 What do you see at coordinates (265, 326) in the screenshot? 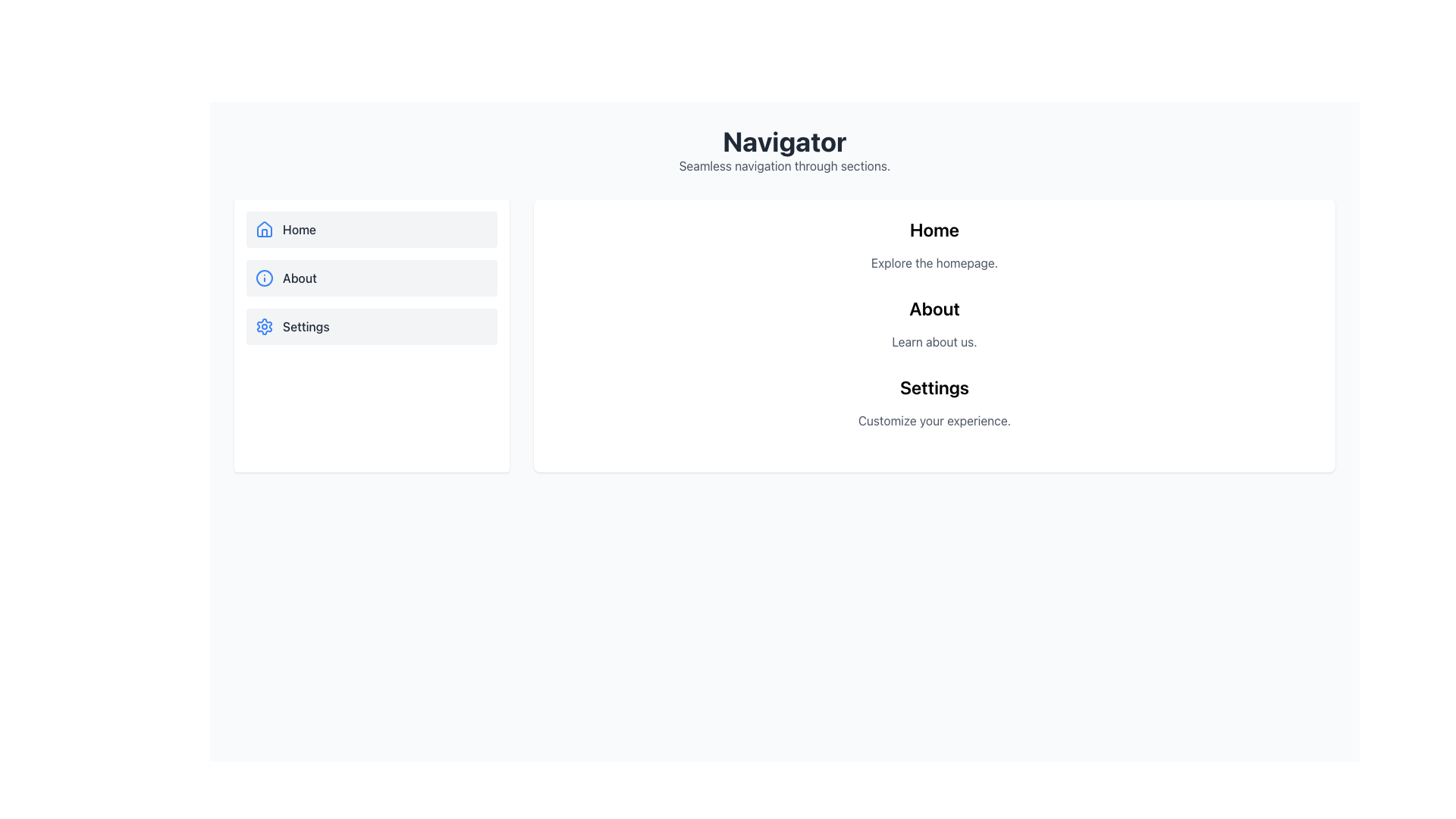
I see `the 'Settings' icon located in the vertical navigation menu on the left side of the interface` at bounding box center [265, 326].